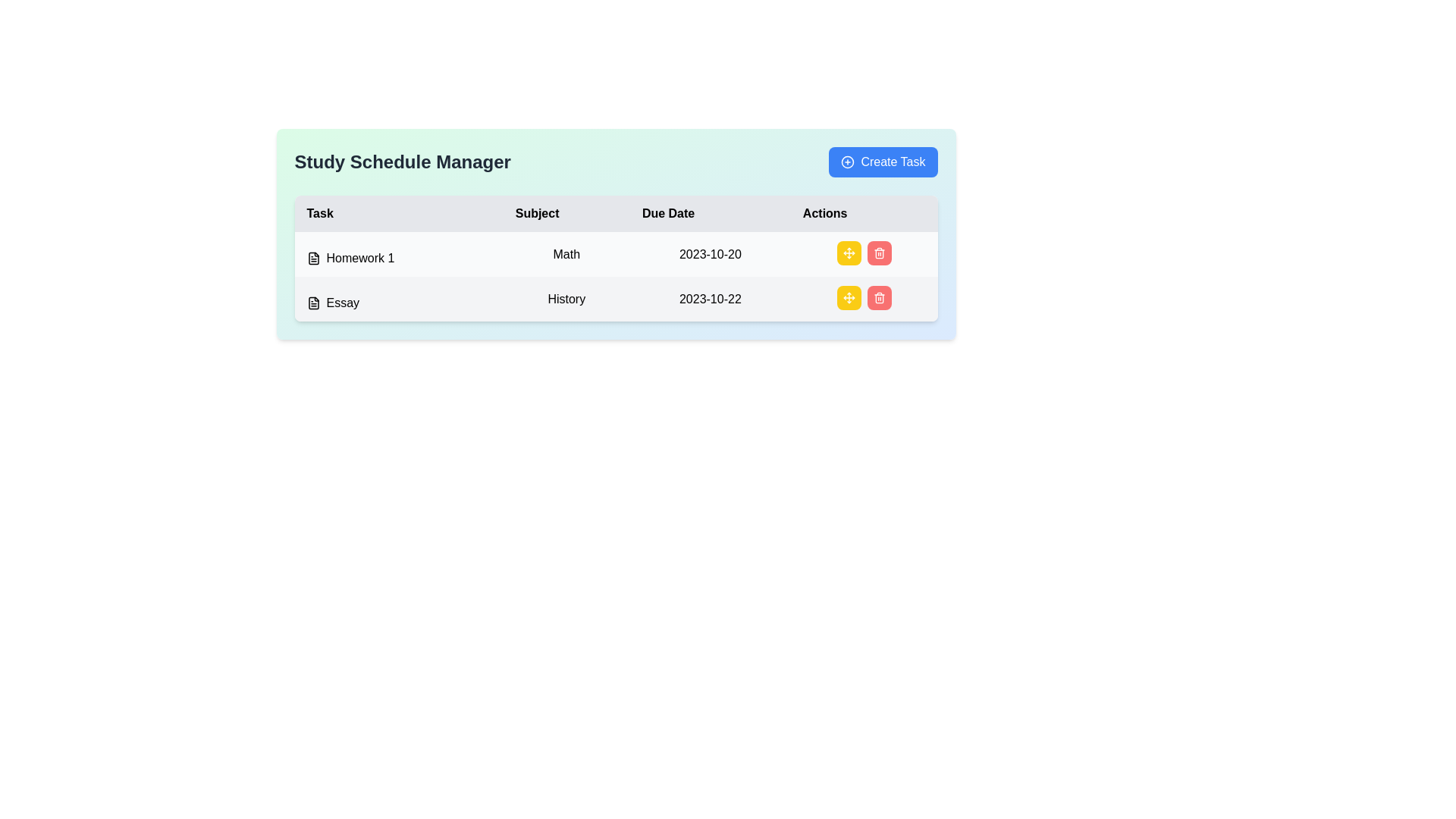 This screenshot has width=1456, height=819. I want to click on the second row in the Study Schedule Manager table, which contains 'Essay', 'History', and '2023-10-22', so click(616, 299).